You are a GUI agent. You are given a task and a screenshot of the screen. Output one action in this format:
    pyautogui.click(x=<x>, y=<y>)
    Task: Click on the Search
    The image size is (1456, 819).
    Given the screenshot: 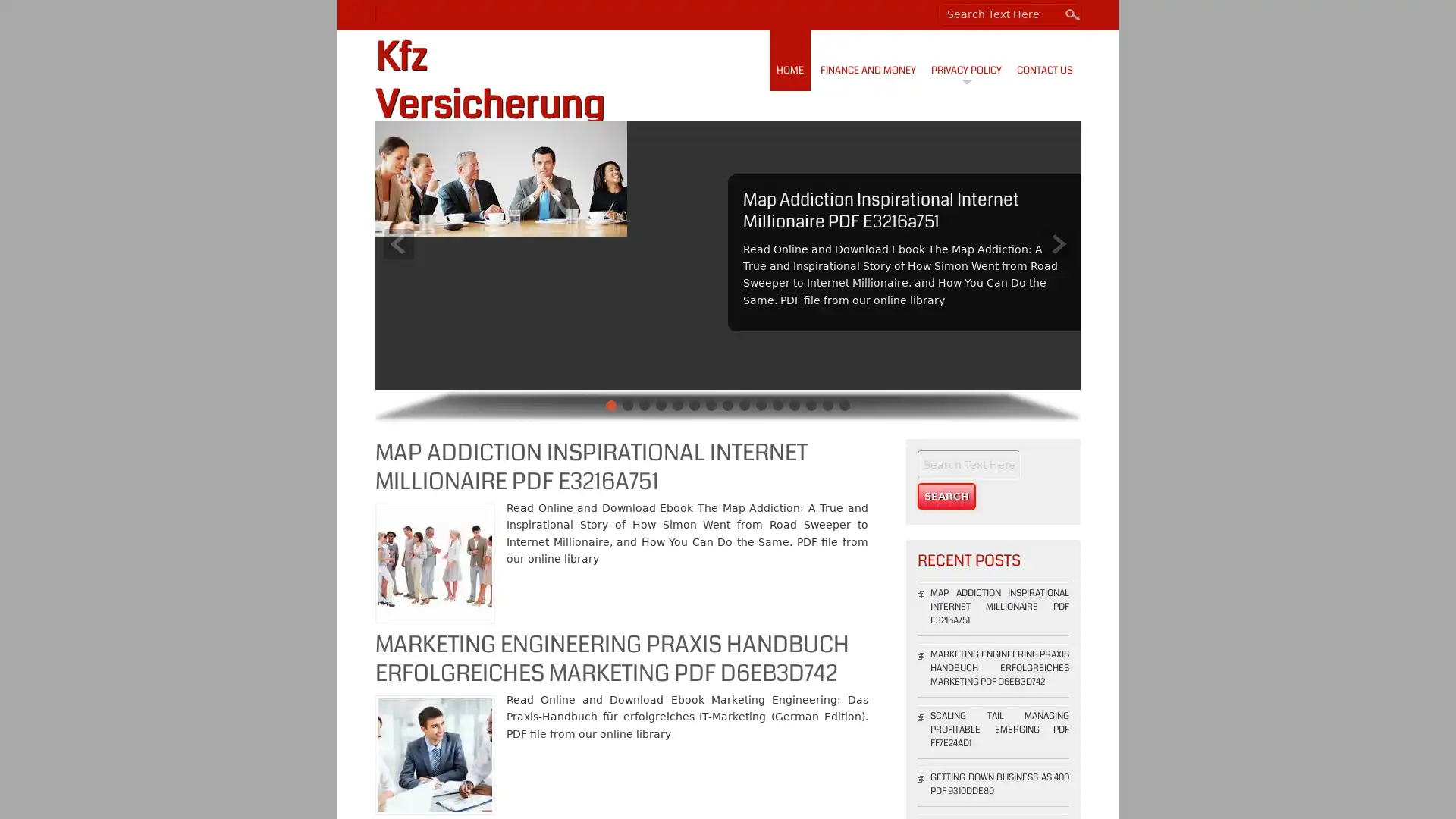 What is the action you would take?
    pyautogui.click(x=946, y=496)
    